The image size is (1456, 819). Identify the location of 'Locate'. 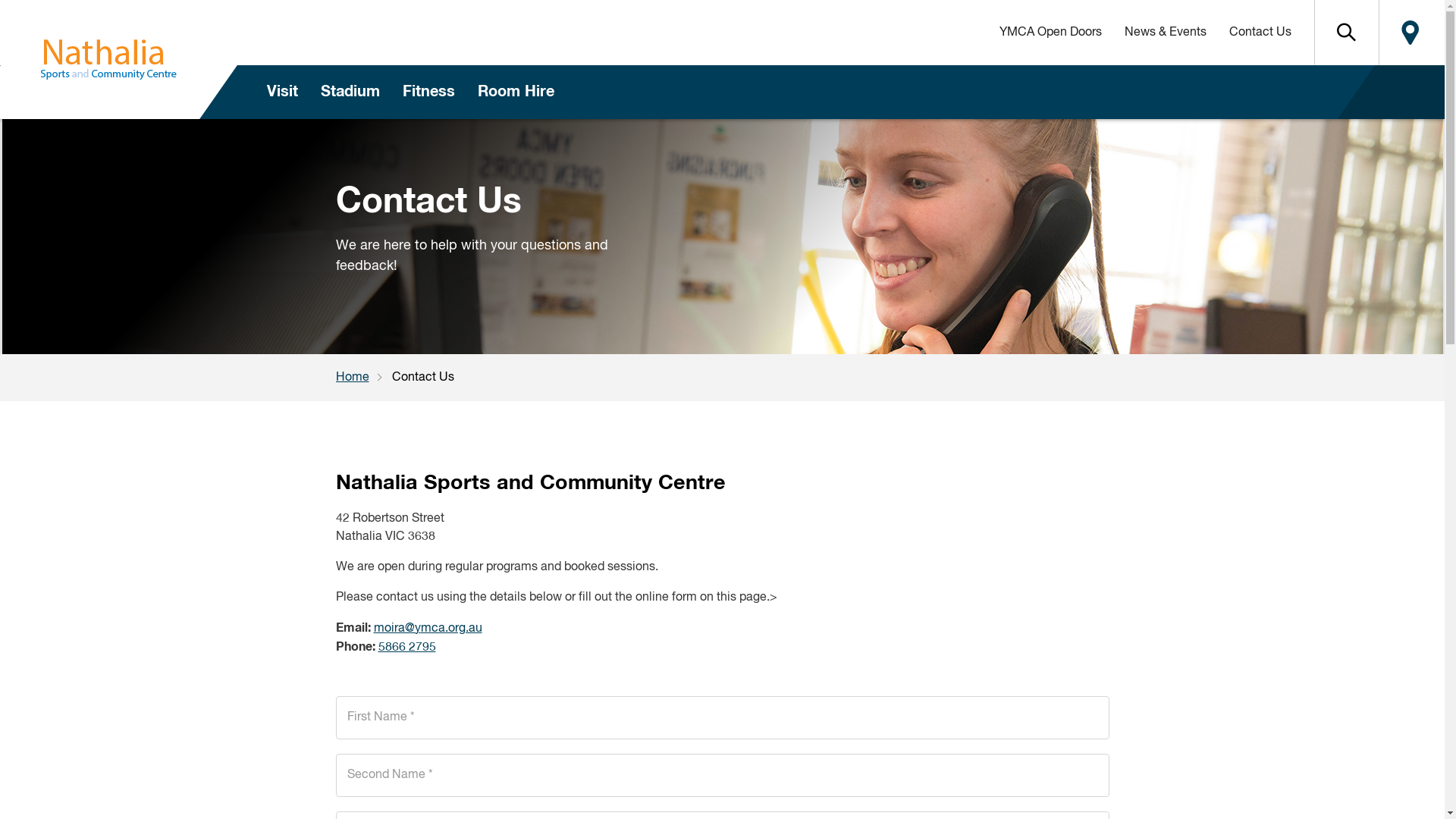
(1379, 32).